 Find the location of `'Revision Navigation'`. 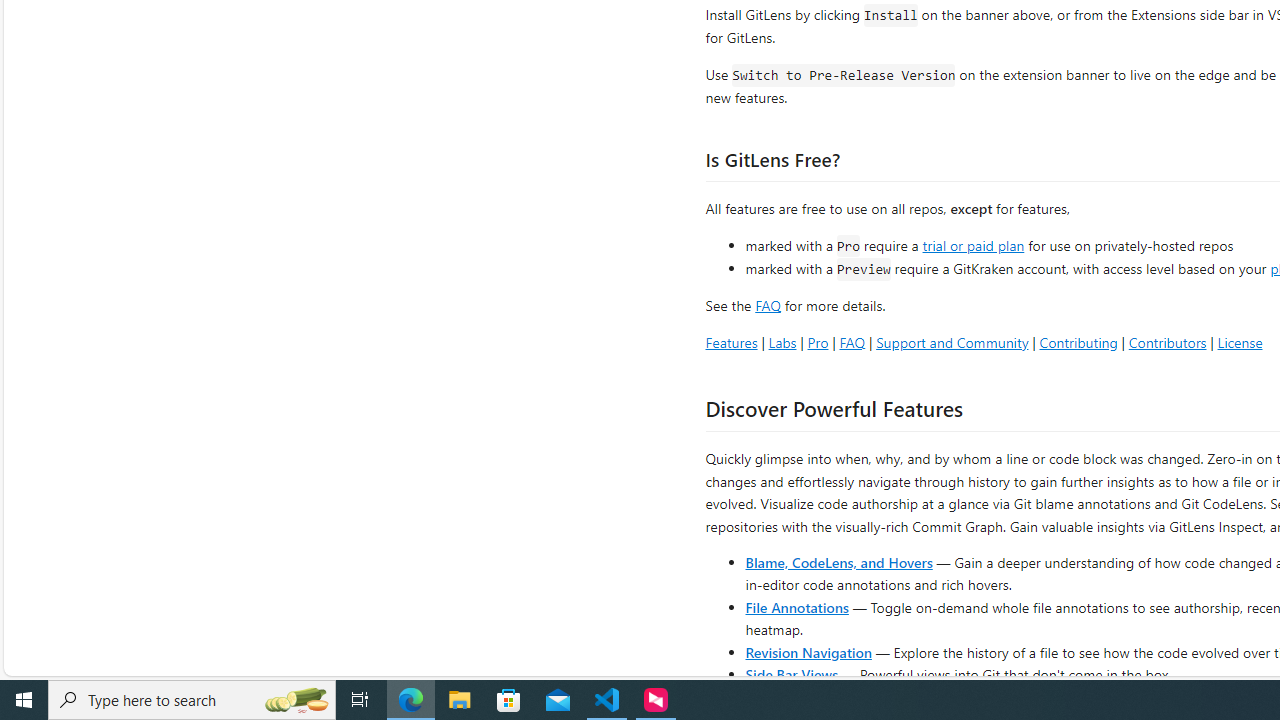

'Revision Navigation' is located at coordinates (808, 651).